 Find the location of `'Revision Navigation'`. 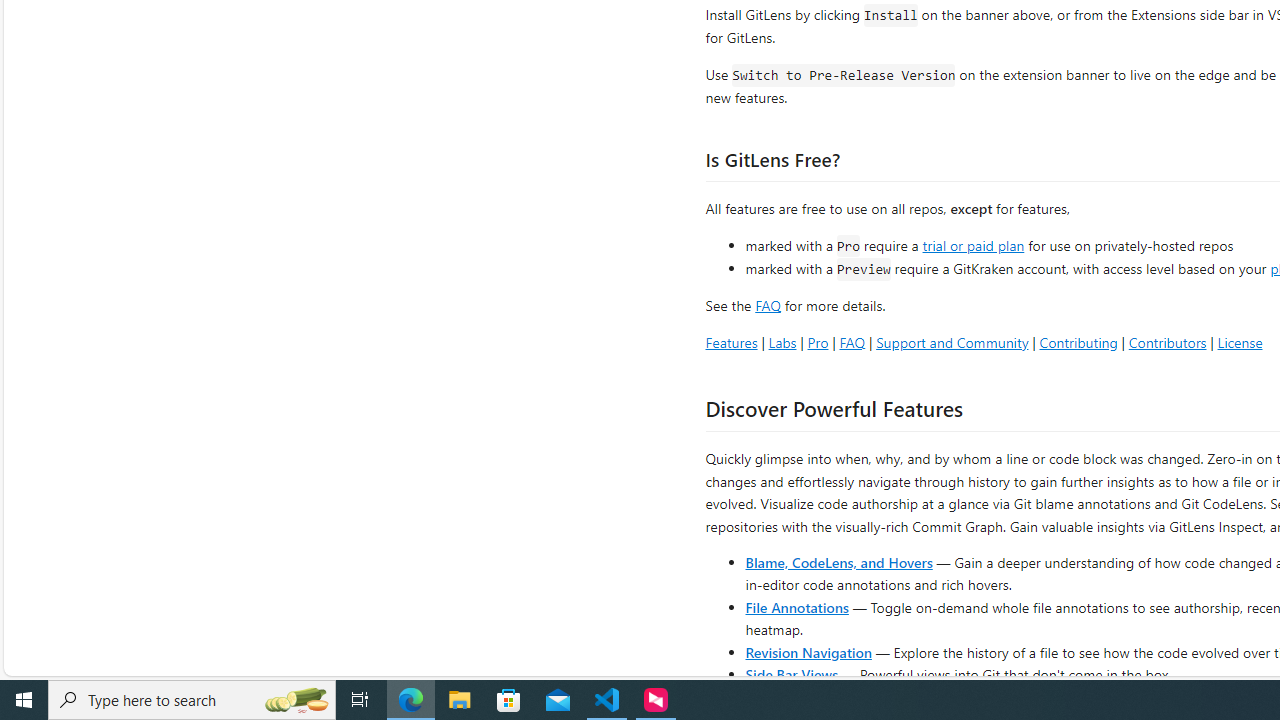

'Revision Navigation' is located at coordinates (808, 651).